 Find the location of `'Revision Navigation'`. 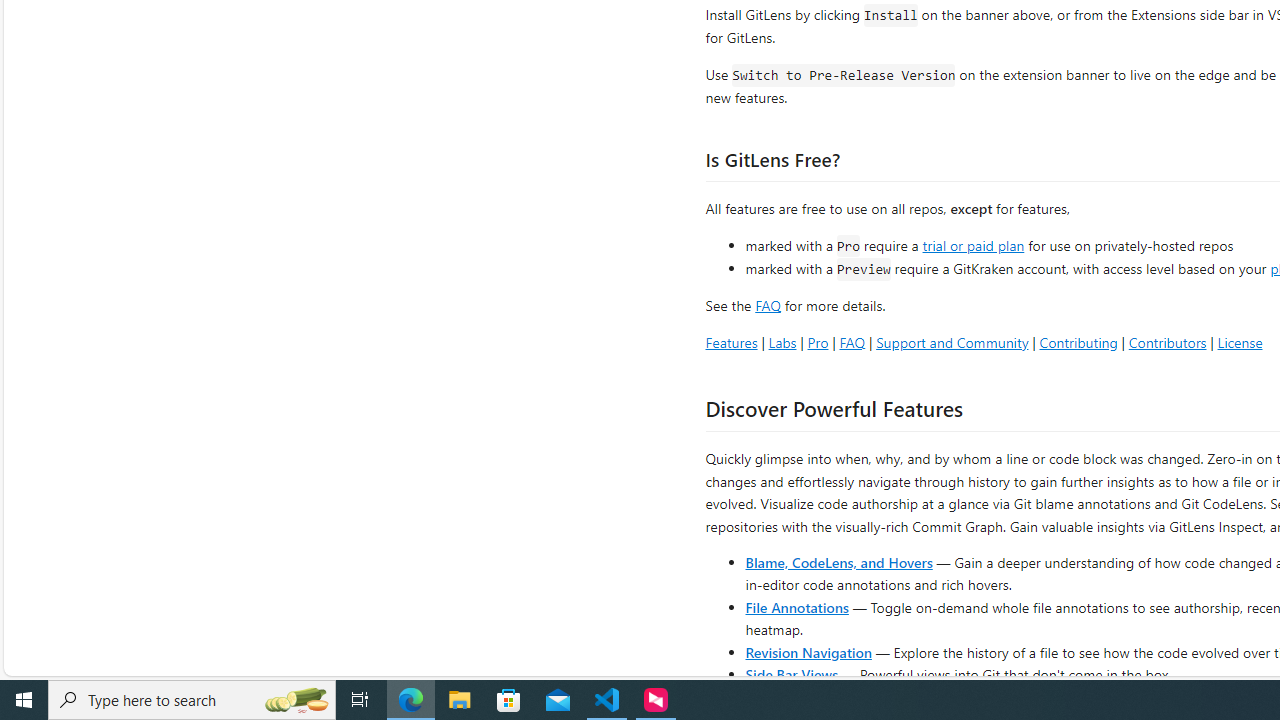

'Revision Navigation' is located at coordinates (808, 651).